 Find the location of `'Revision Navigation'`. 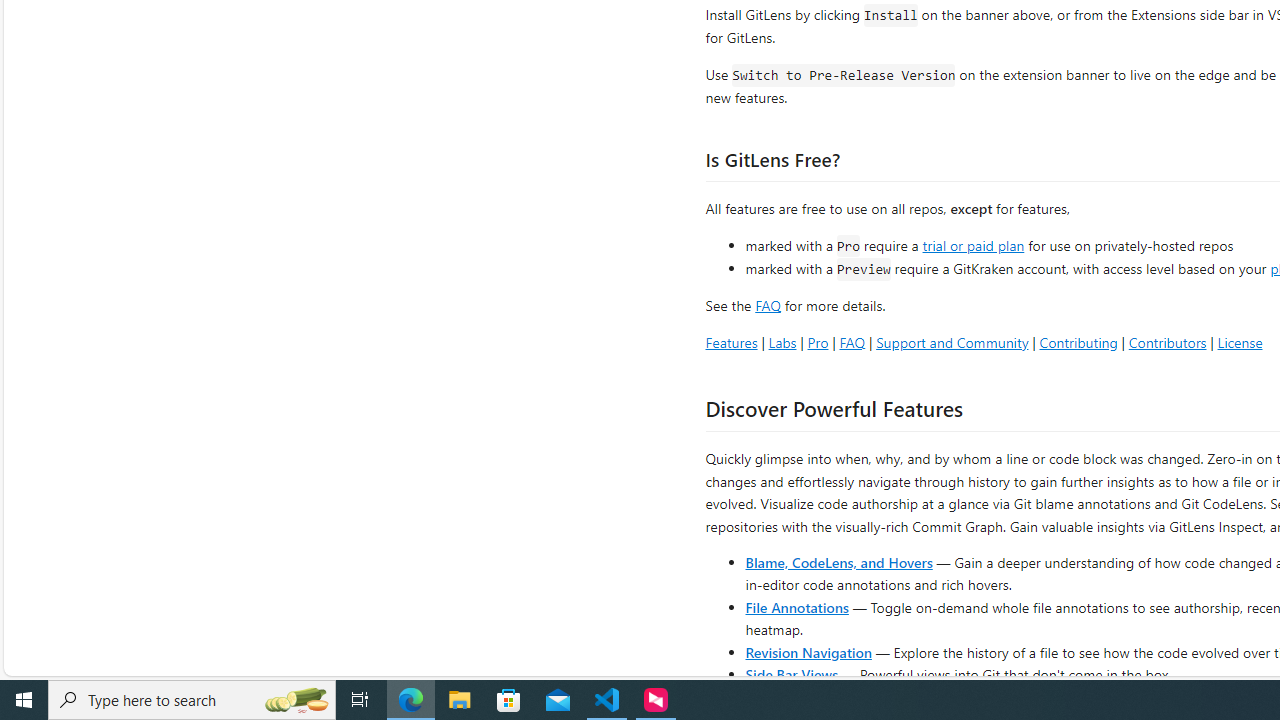

'Revision Navigation' is located at coordinates (808, 651).